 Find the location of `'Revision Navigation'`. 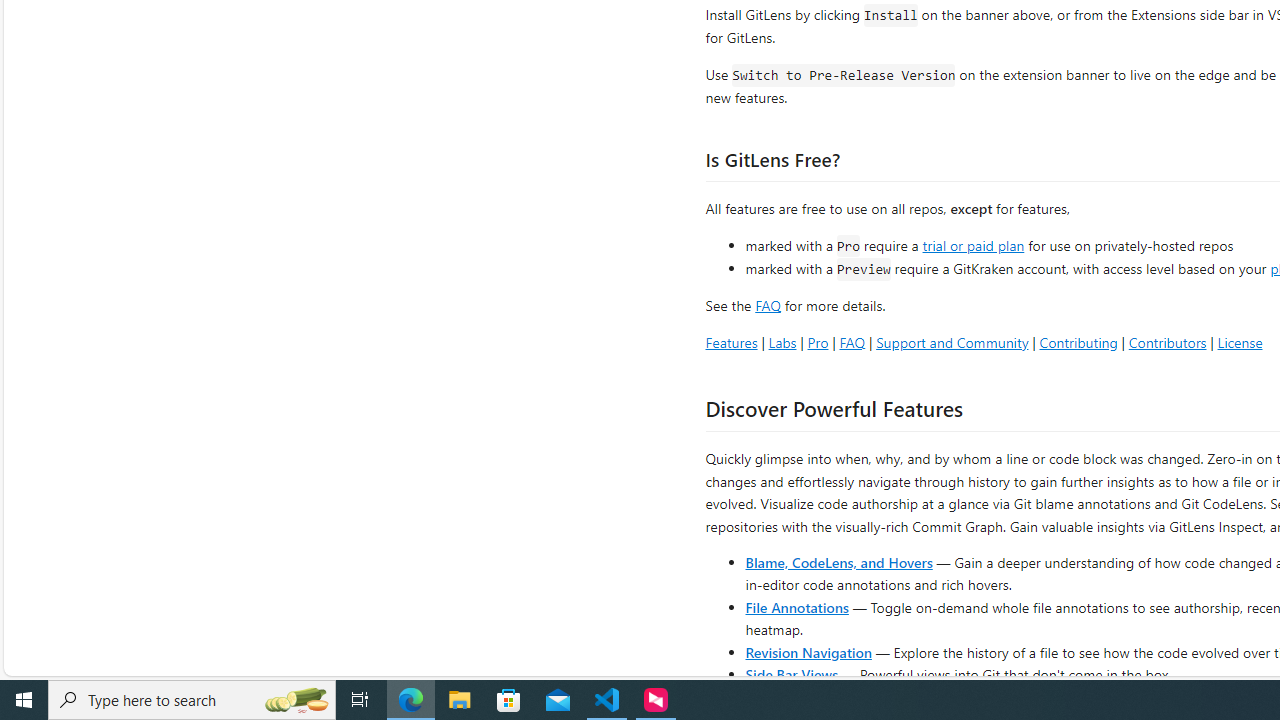

'Revision Navigation' is located at coordinates (808, 651).